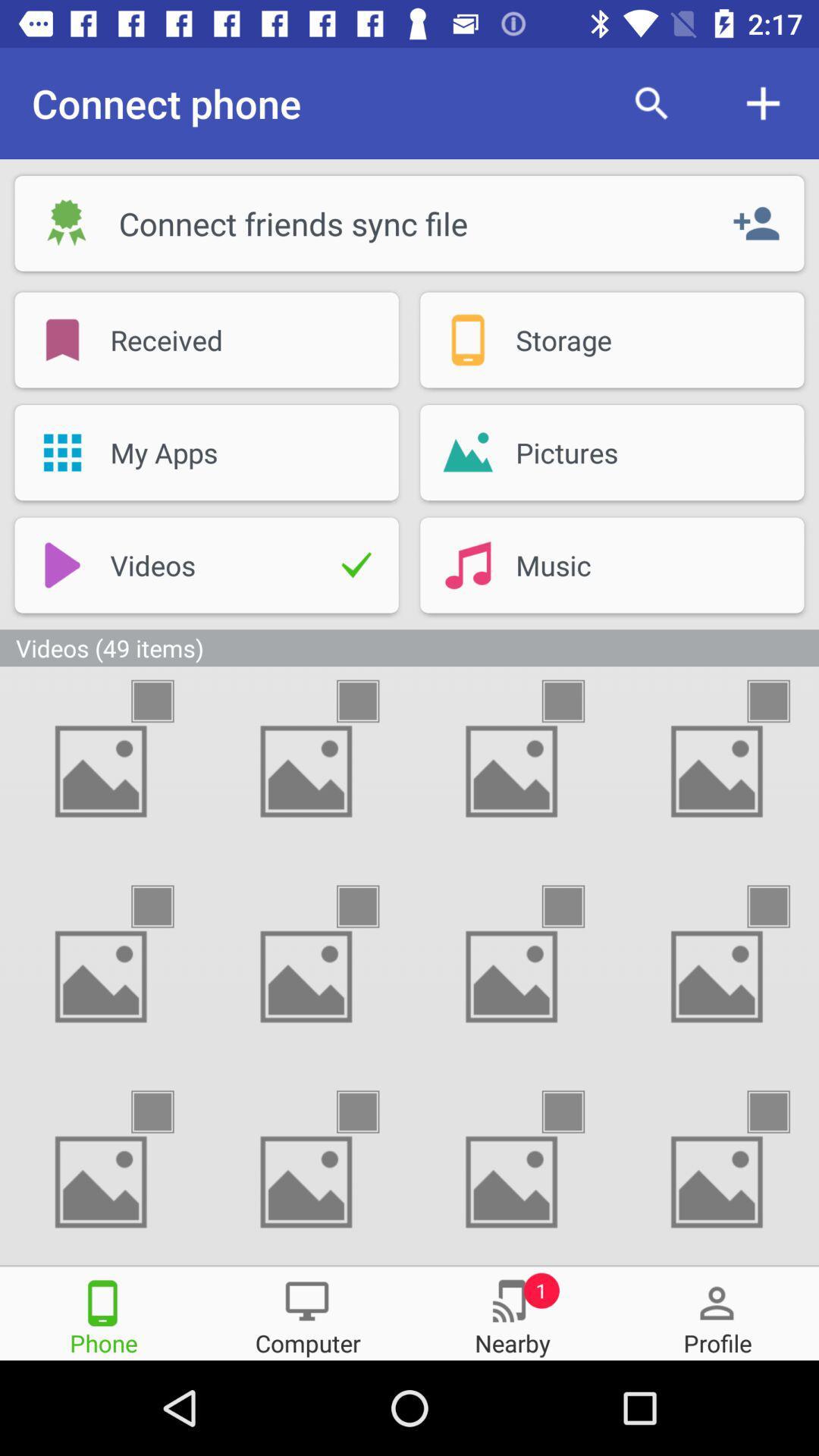 This screenshot has width=819, height=1456. Describe the element at coordinates (576, 906) in the screenshot. I see `the video` at that location.